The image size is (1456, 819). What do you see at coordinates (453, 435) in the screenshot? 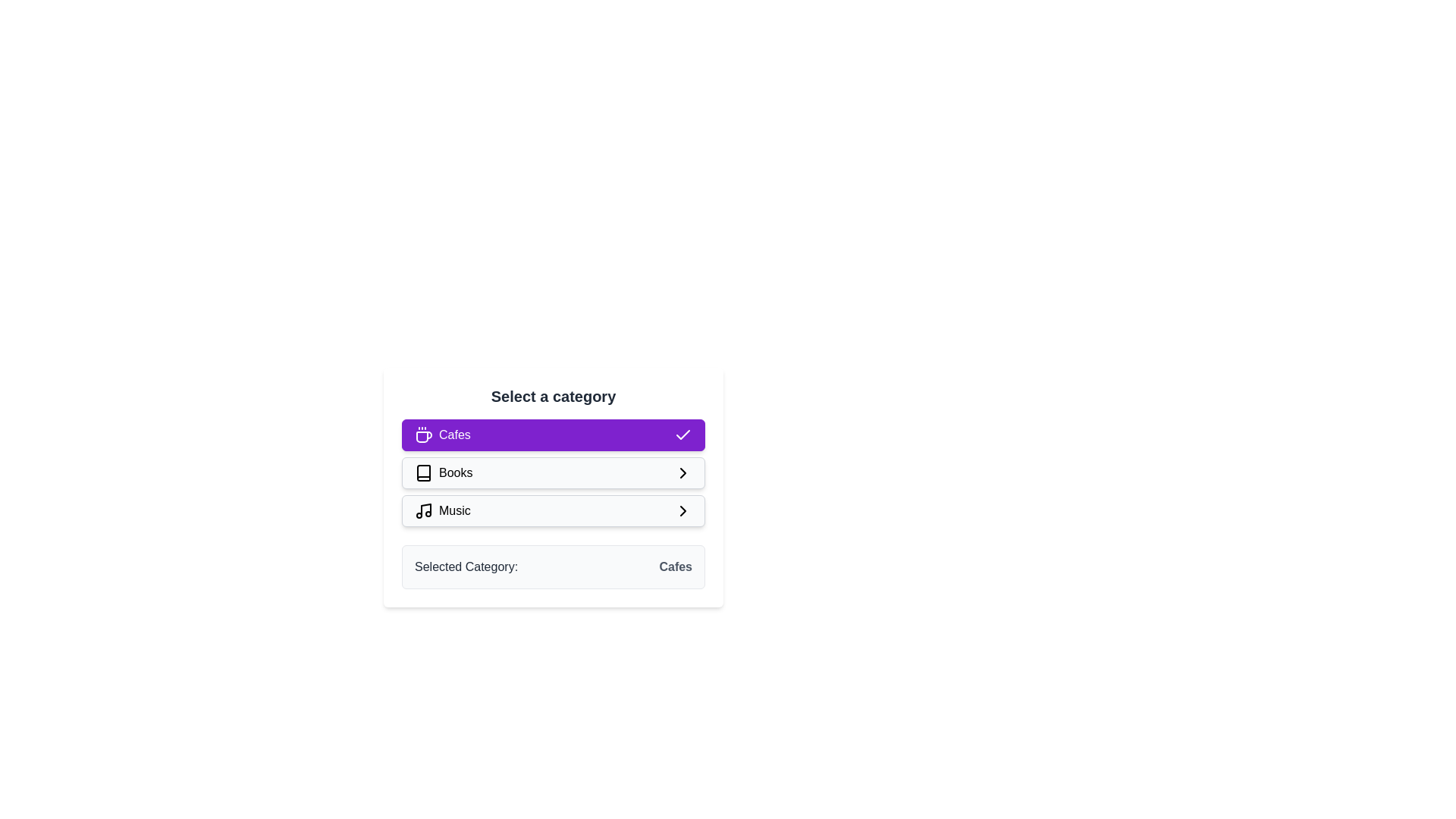
I see `the 'Cafes' button-like text element, which is the first item in the category selection list, displaying a white sans-serif font on a purple background` at bounding box center [453, 435].